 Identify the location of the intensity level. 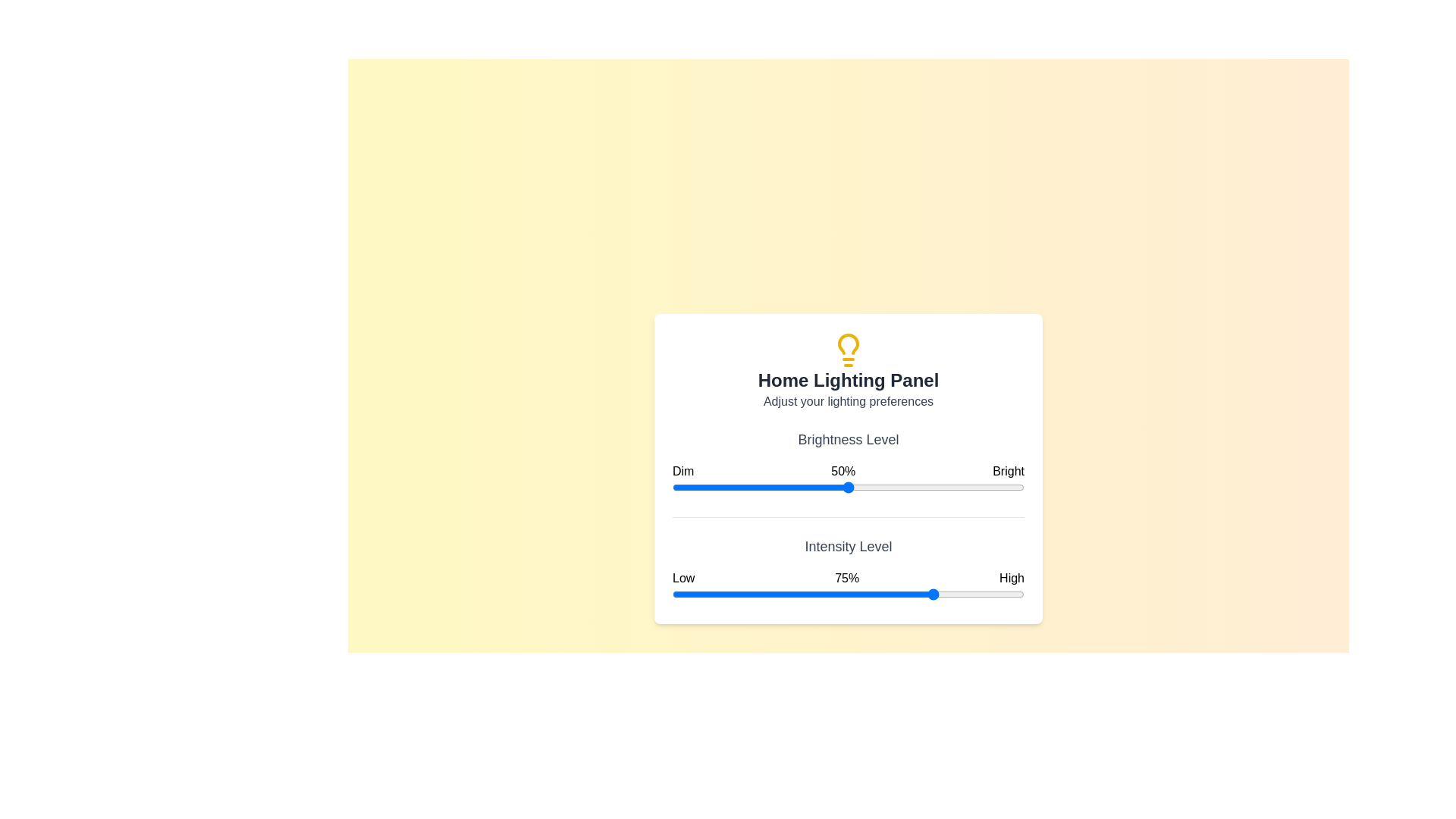
(918, 593).